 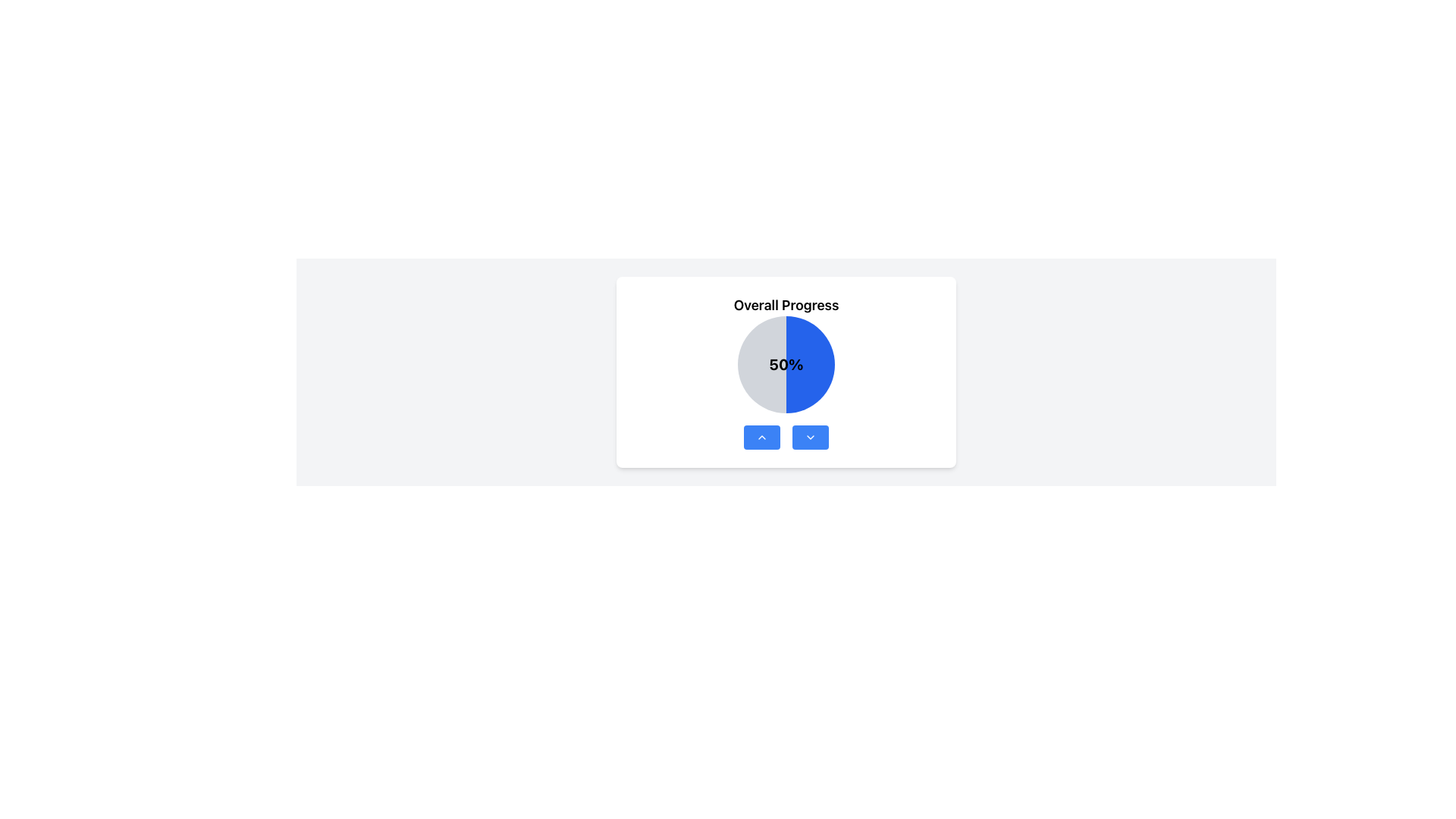 I want to click on the circular Progress Indicator displaying '50%' at its center, which is divided into blue and gray segments and located below the 'Overall Progress' label, so click(x=786, y=365).